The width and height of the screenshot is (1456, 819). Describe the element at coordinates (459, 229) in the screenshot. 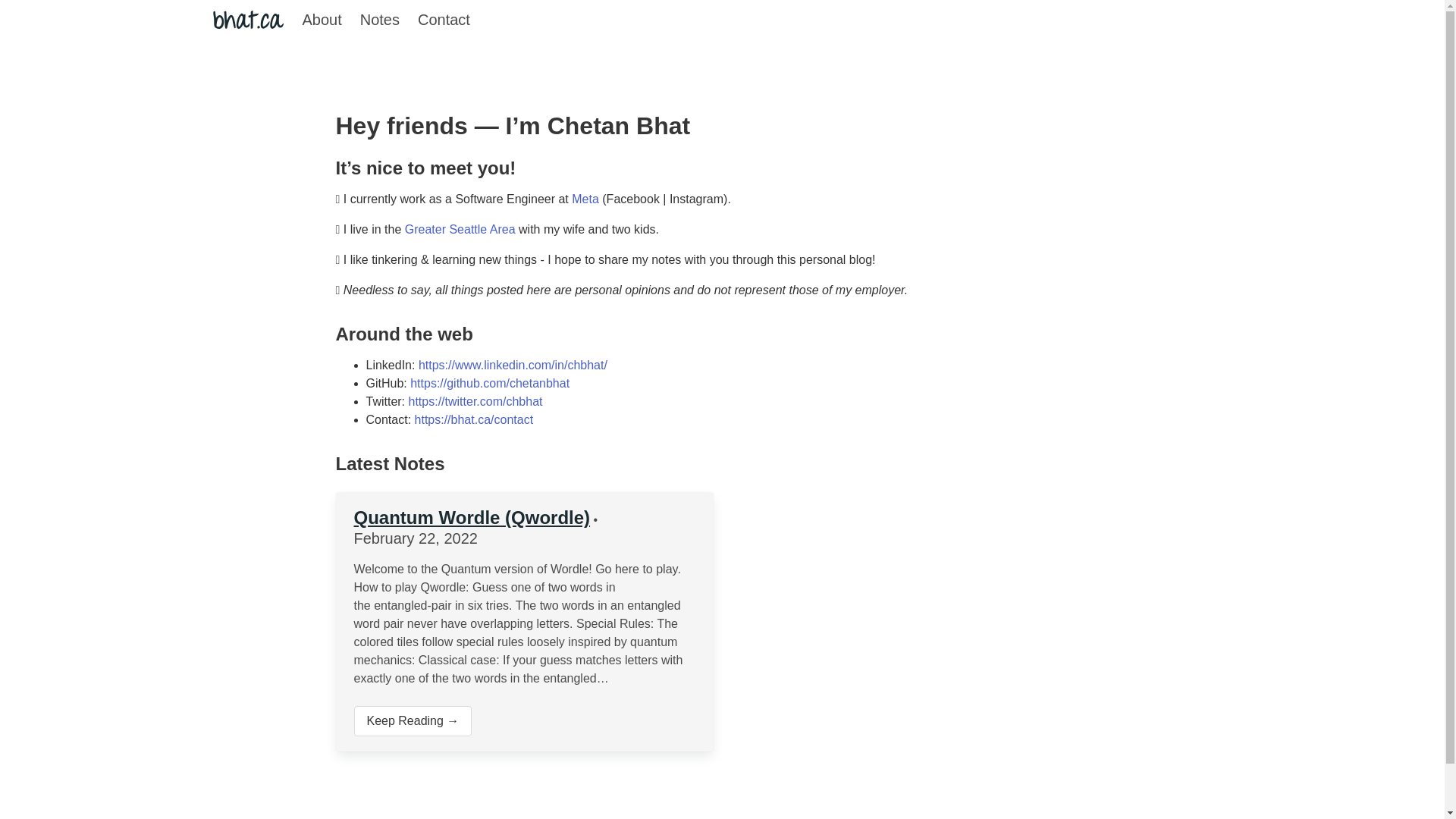

I see `'Greater Seattle Area'` at that location.